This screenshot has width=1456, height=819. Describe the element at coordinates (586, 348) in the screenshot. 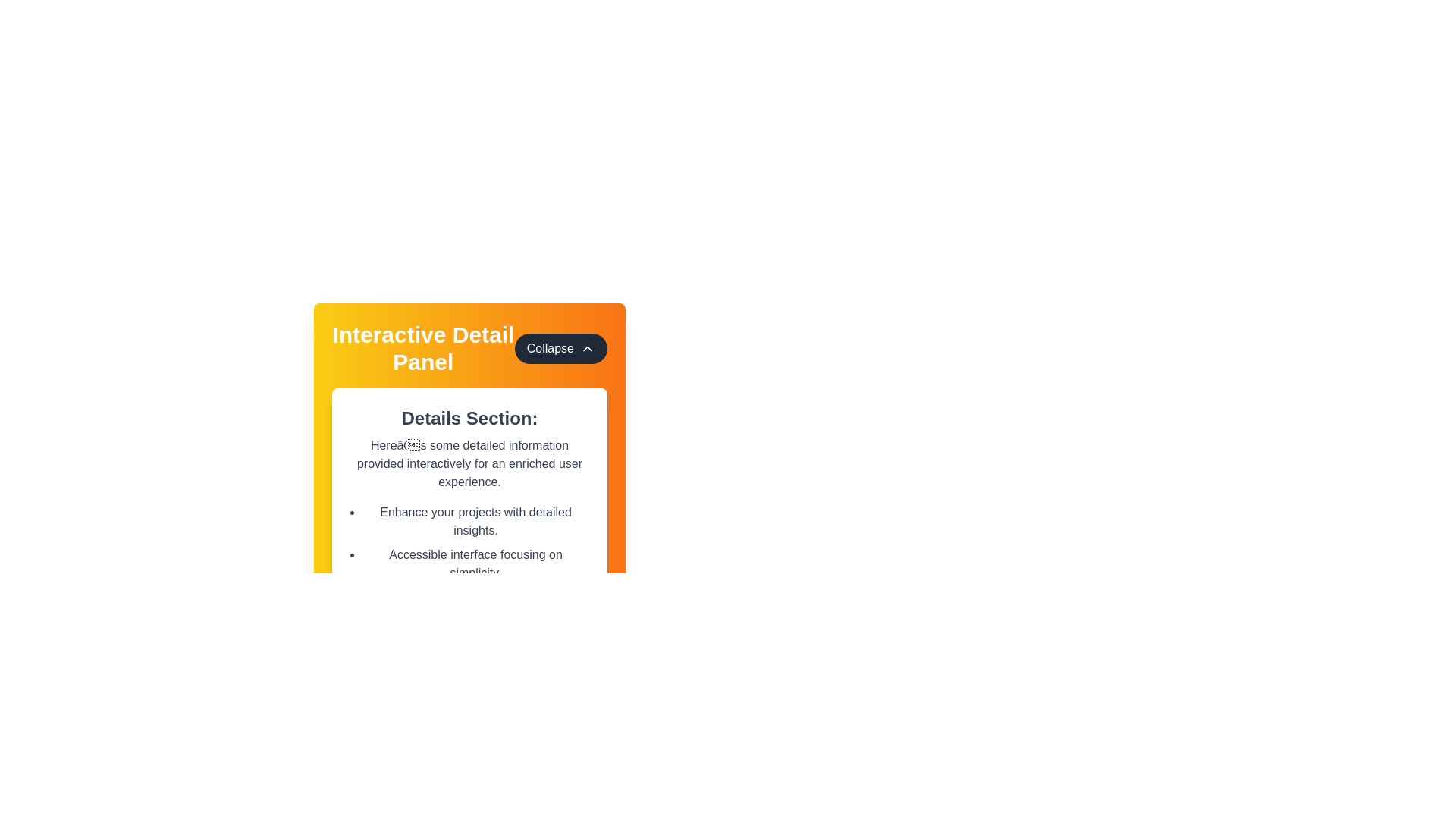

I see `the SVG icon inside the 'Collapse' button` at that location.